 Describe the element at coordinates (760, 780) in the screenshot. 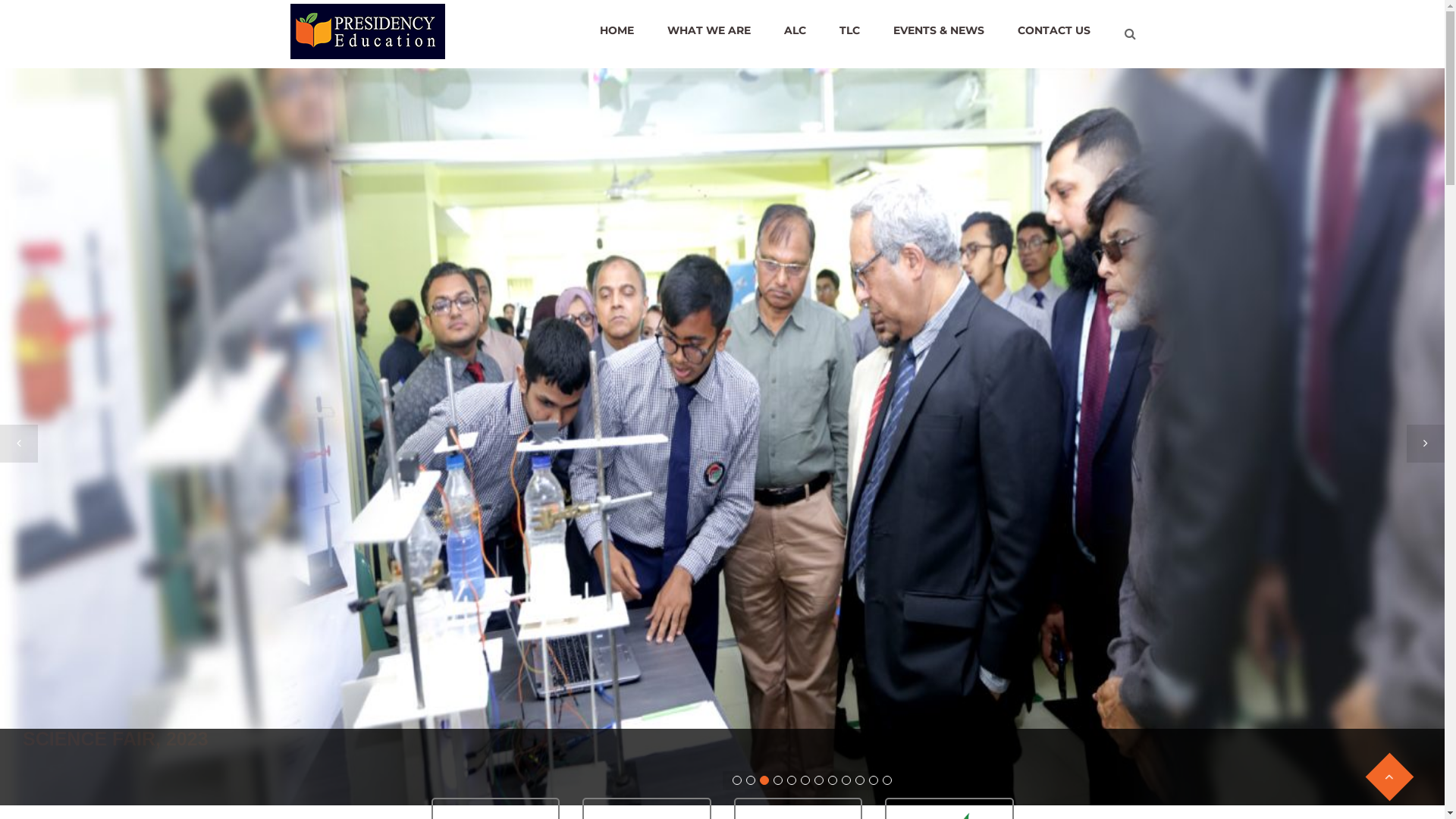

I see `'3'` at that location.